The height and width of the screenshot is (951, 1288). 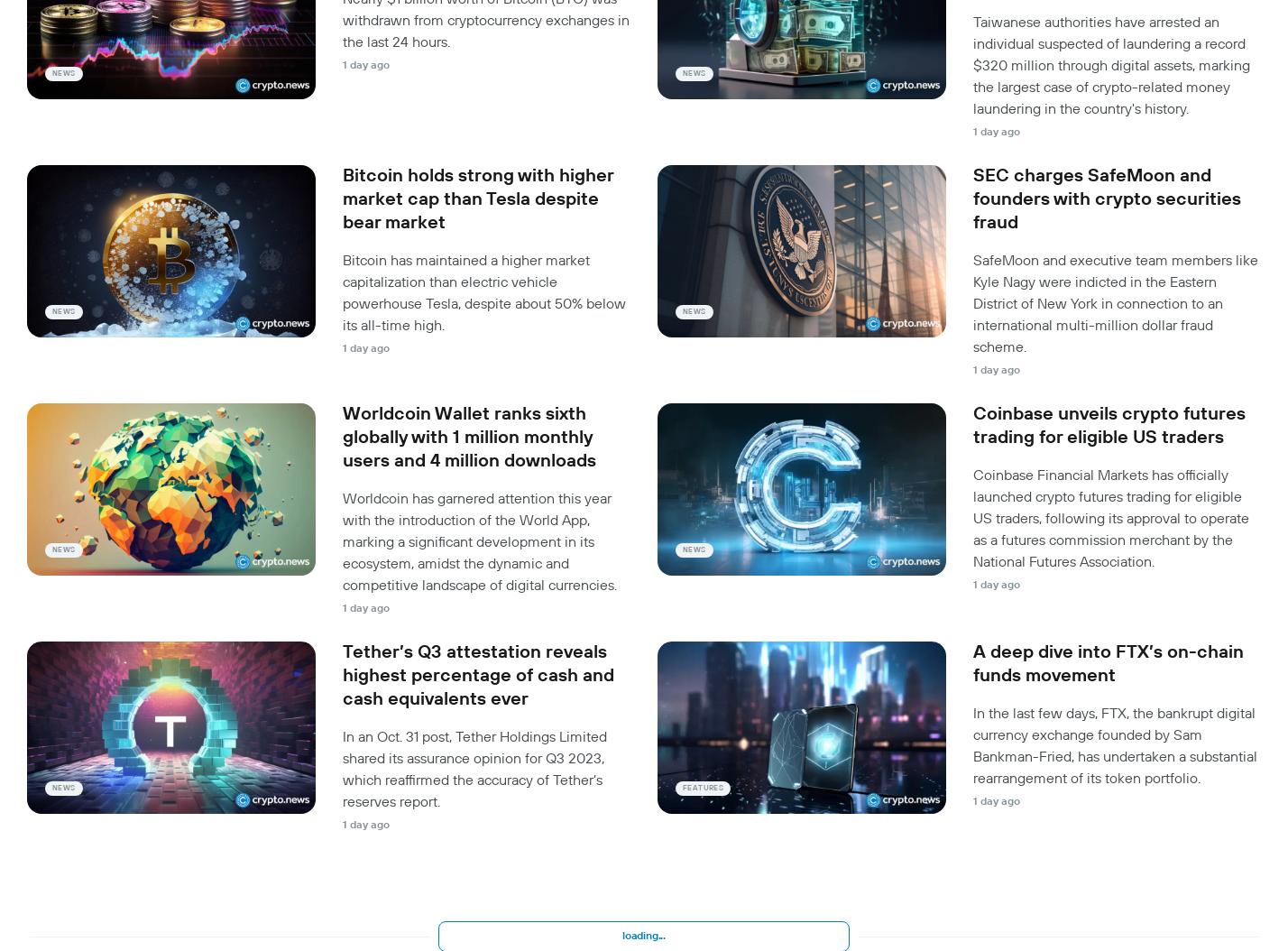 I want to click on 'Worldcoin Wallet ranks sixth globally with 1 million monthly users and 4 million downloads', so click(x=469, y=436).